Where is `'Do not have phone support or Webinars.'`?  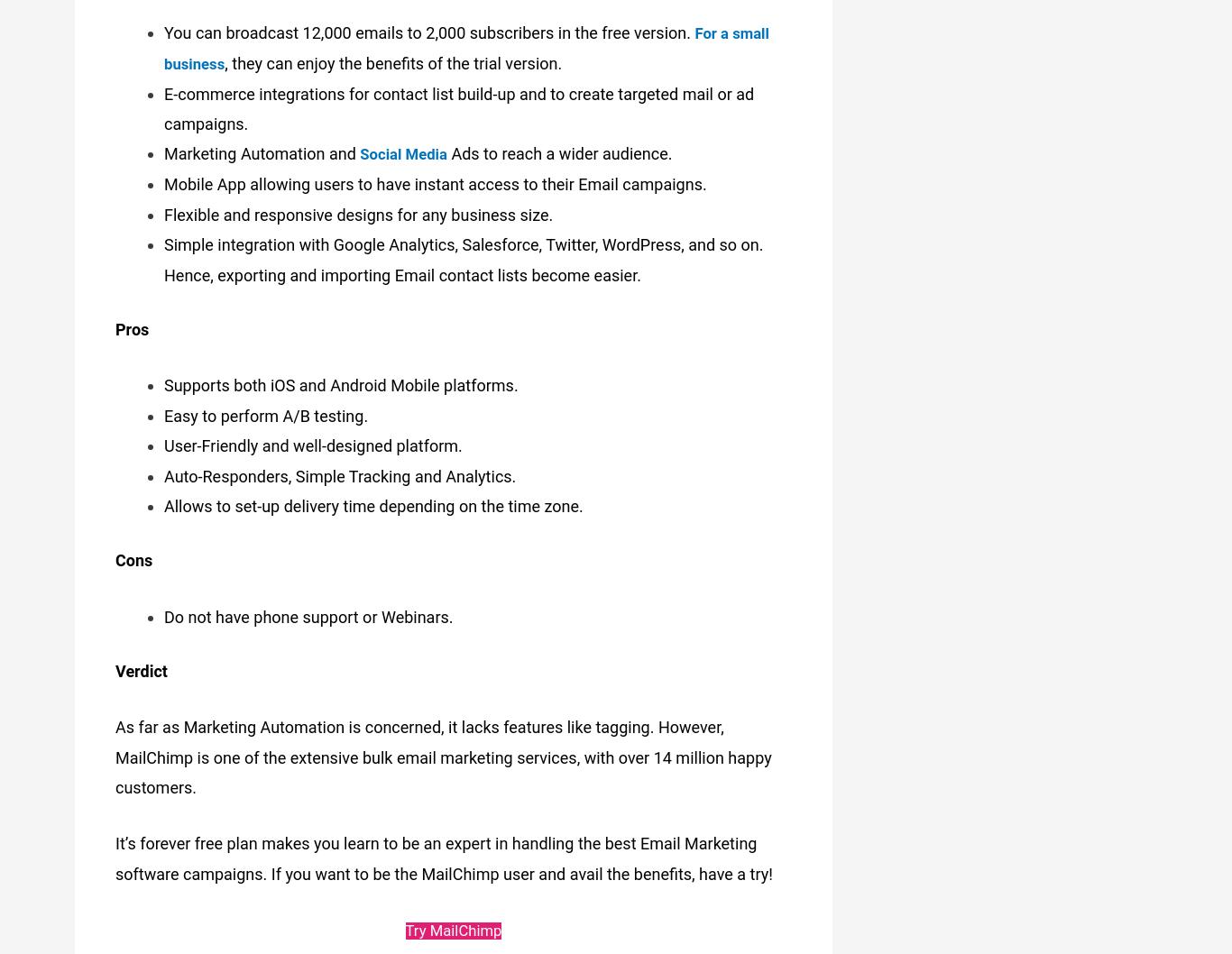 'Do not have phone support or Webinars.' is located at coordinates (308, 610).